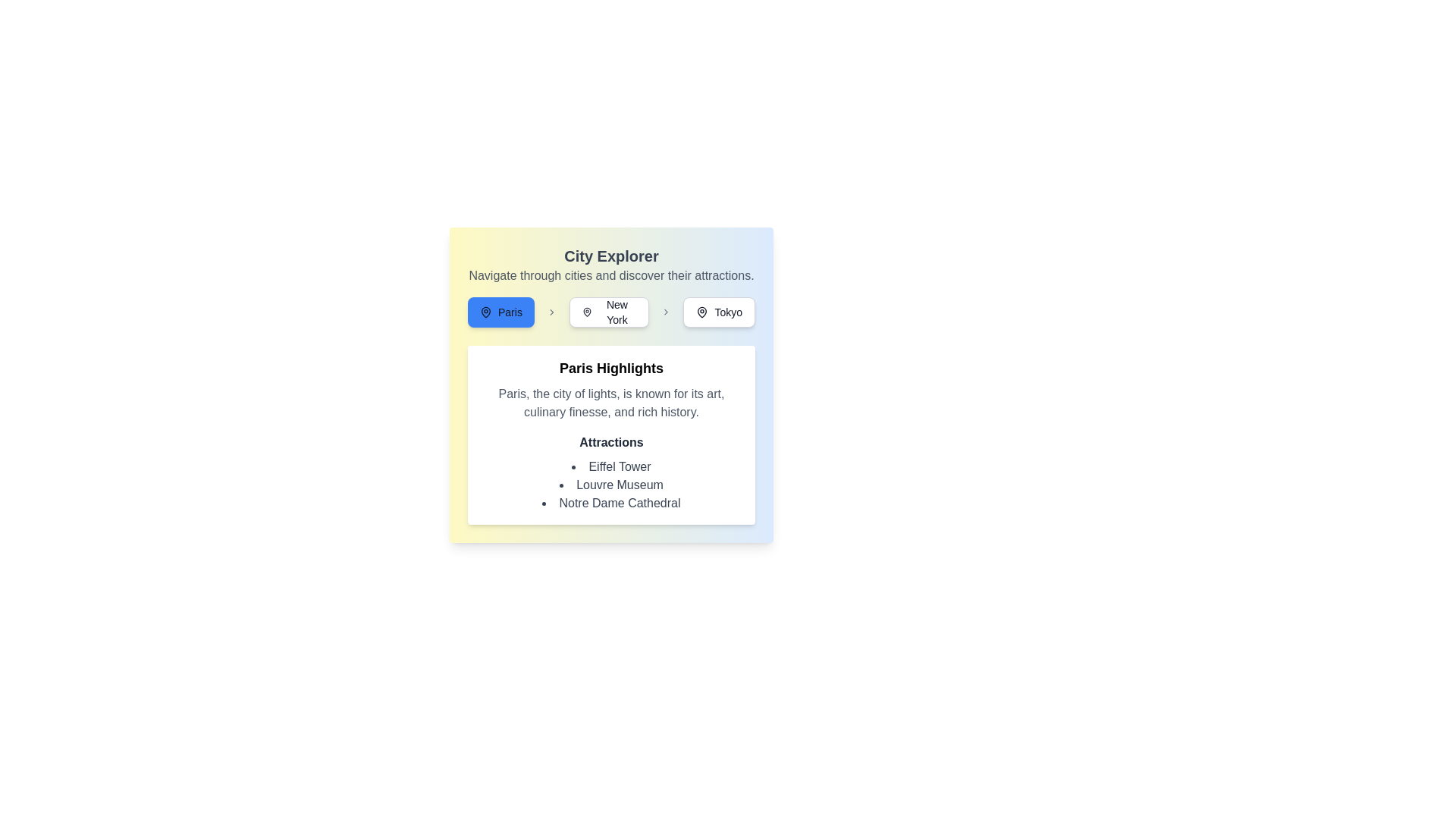  What do you see at coordinates (611, 503) in the screenshot?
I see `the third list item in the 'Attractions' section, which displays 'Notre Dame Cathedral' in a gray tone and is styled with a bullet point` at bounding box center [611, 503].